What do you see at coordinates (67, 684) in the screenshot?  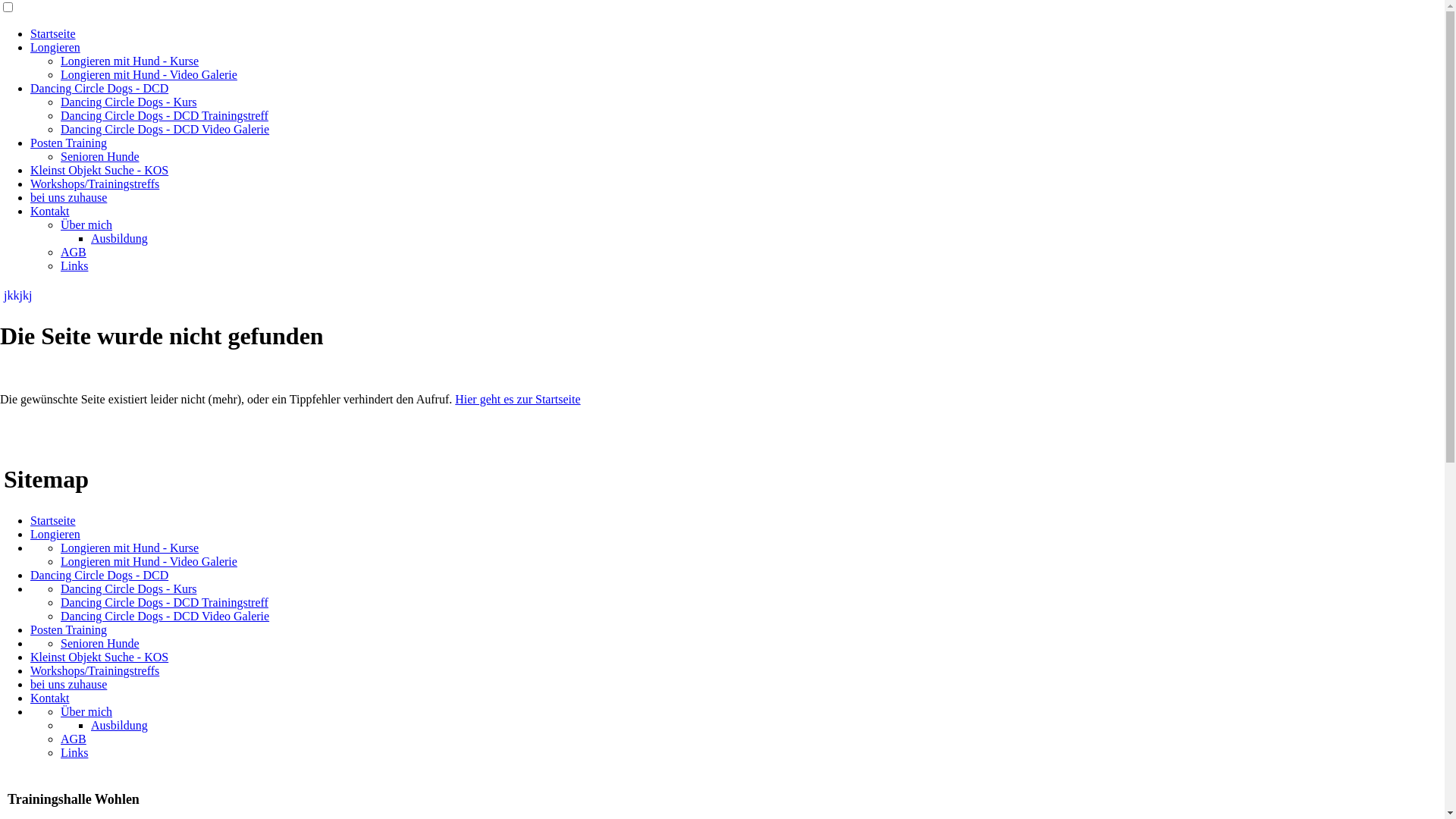 I see `'bei uns zuhause'` at bounding box center [67, 684].